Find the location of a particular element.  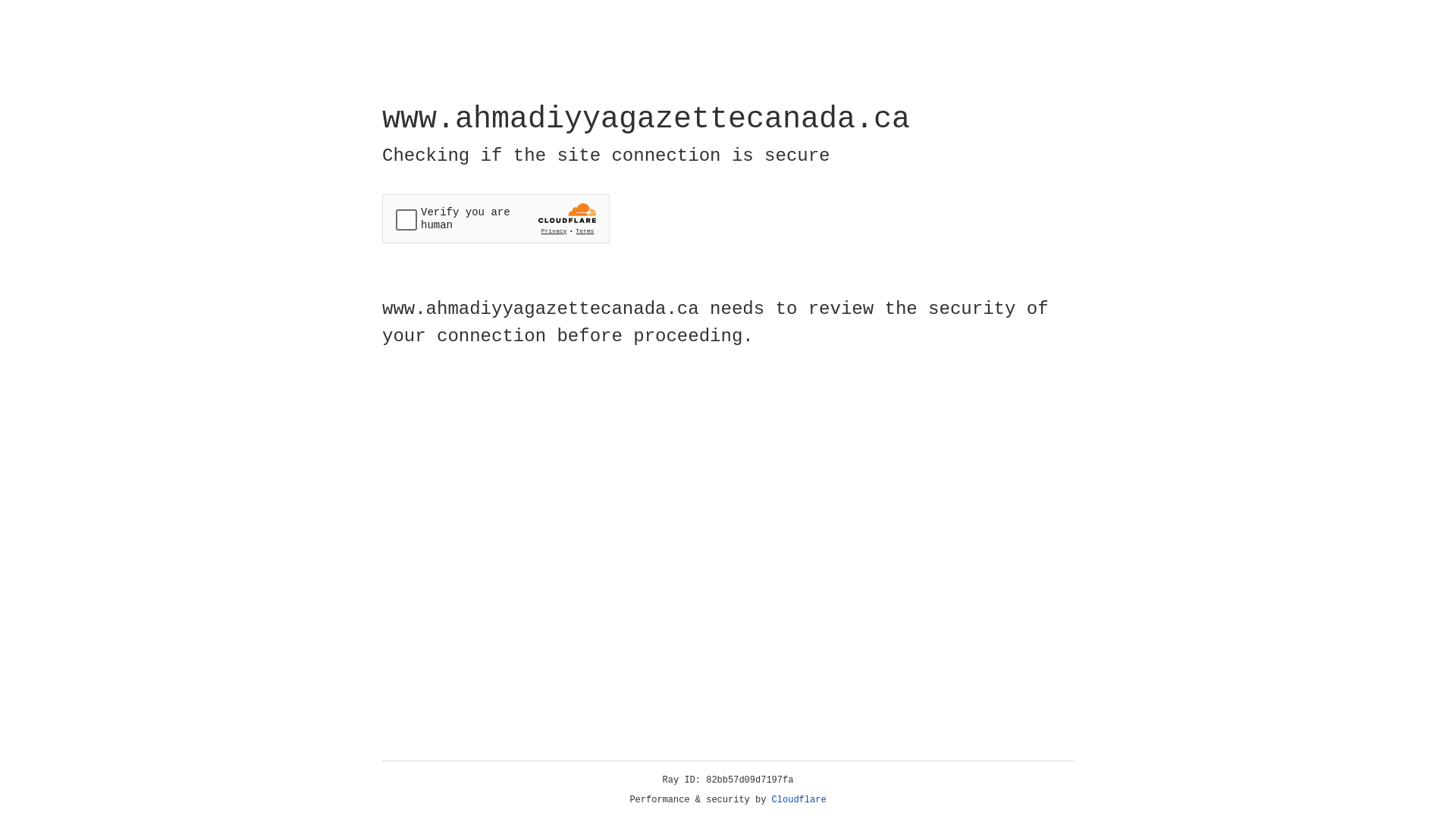

'Widget containing a Cloudflare security challenge' is located at coordinates (495, 218).